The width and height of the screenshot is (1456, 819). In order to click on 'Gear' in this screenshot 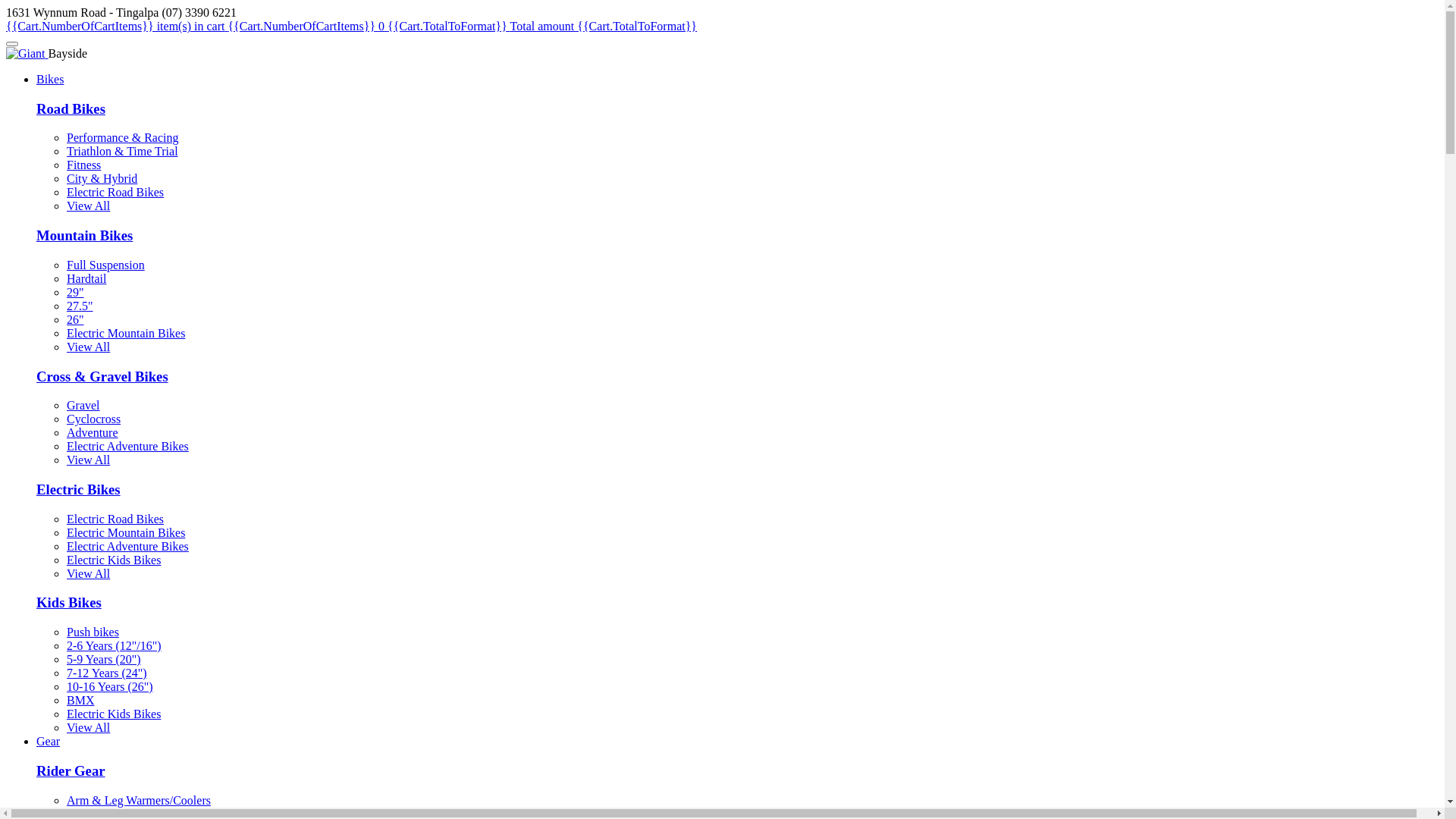, I will do `click(48, 740)`.